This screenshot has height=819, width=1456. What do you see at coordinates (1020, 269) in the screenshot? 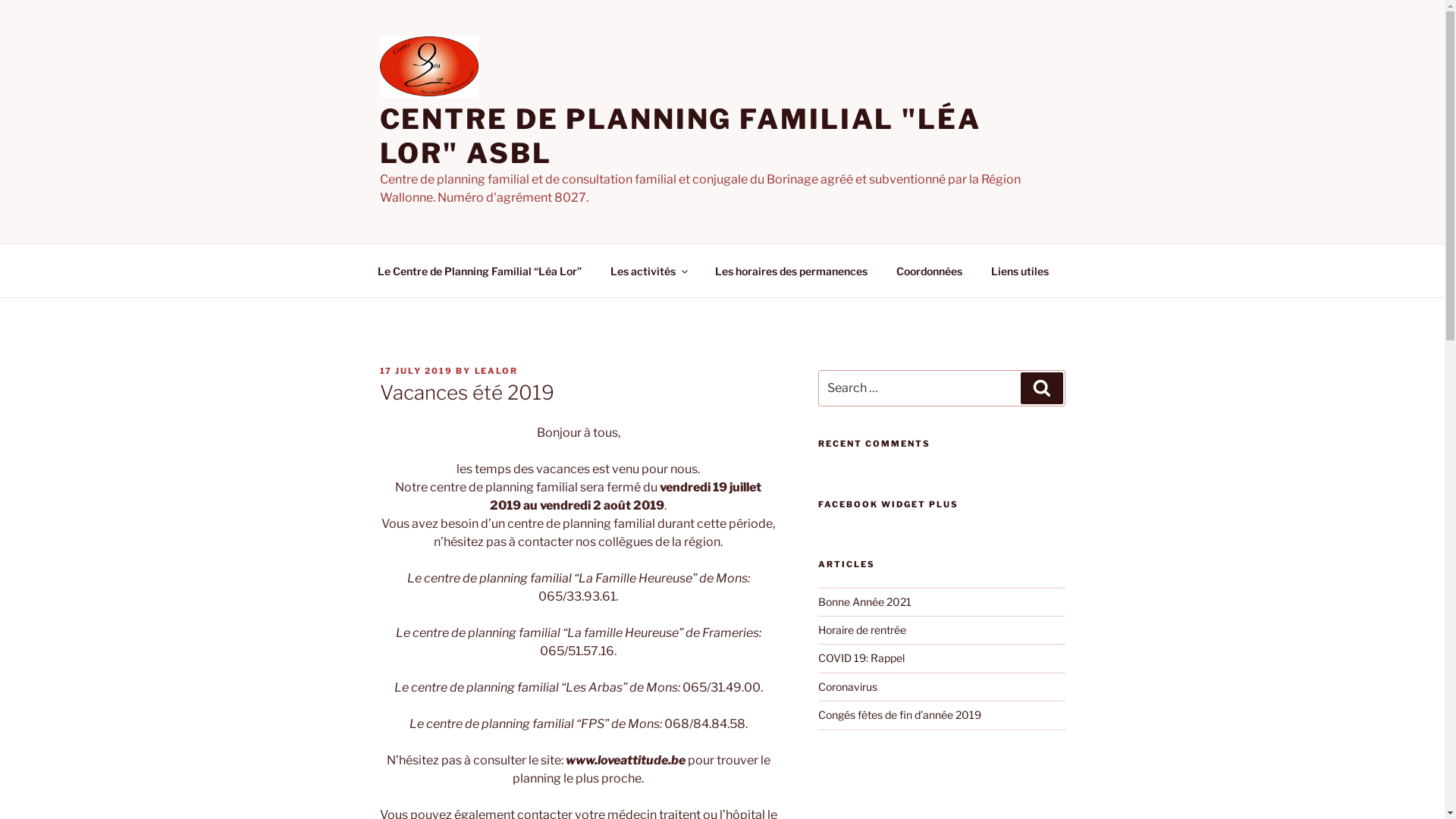
I see `'Liens utiles'` at bounding box center [1020, 269].